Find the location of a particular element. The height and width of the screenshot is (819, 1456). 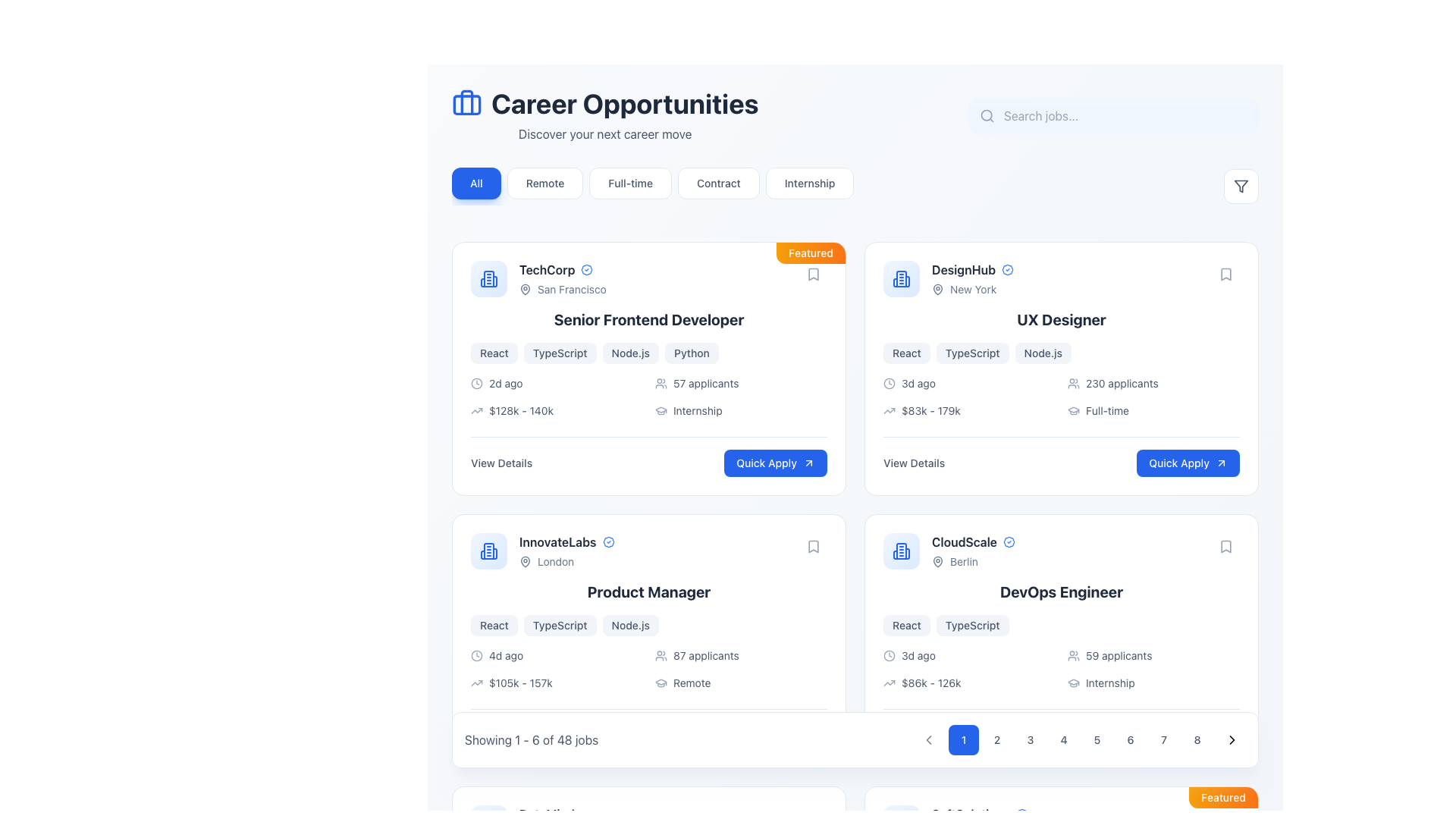

the circular button labeled '8' located in the bottom-right corner of the pagination bar is located at coordinates (1197, 739).